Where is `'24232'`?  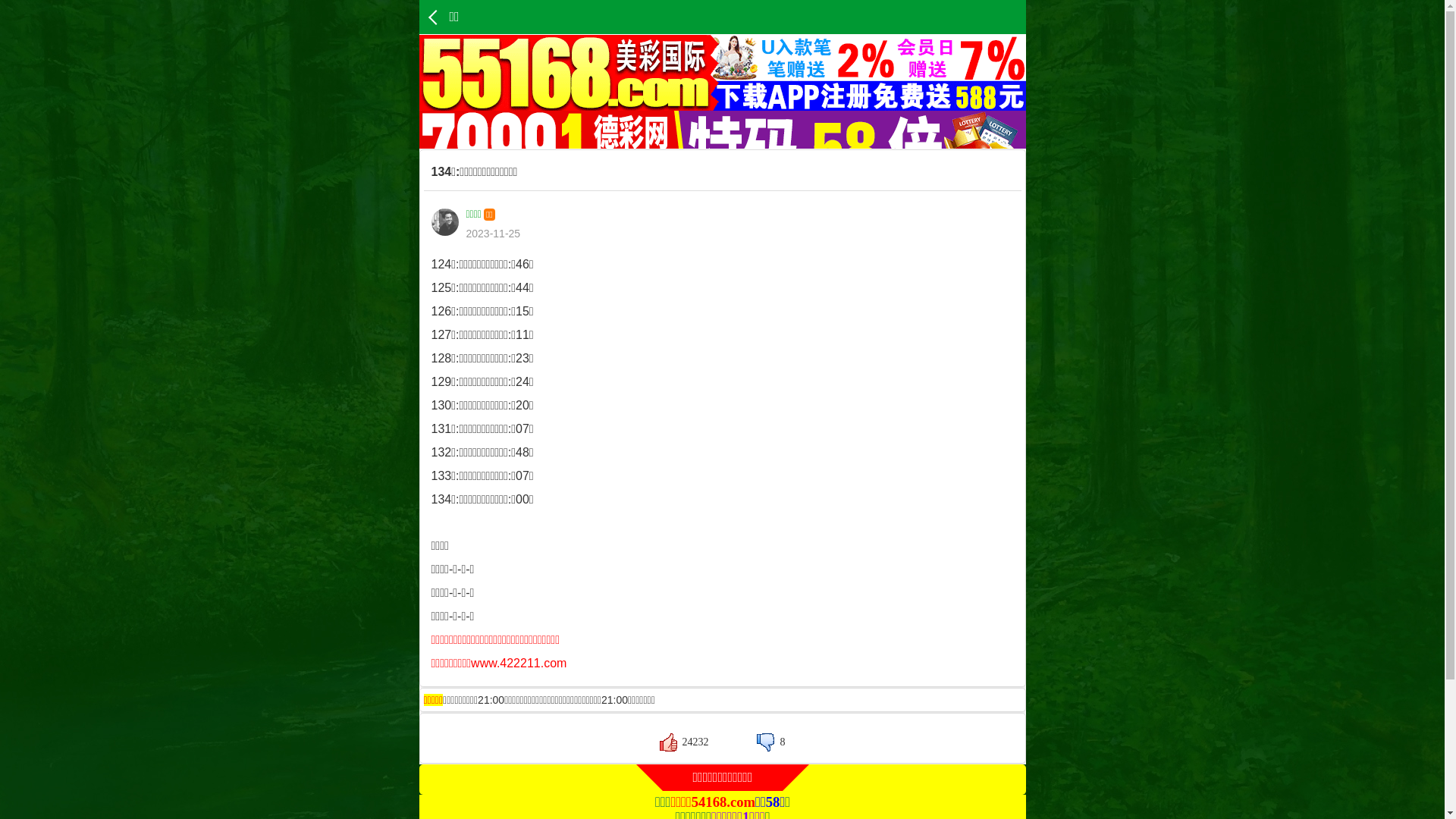 '24232' is located at coordinates (683, 741).